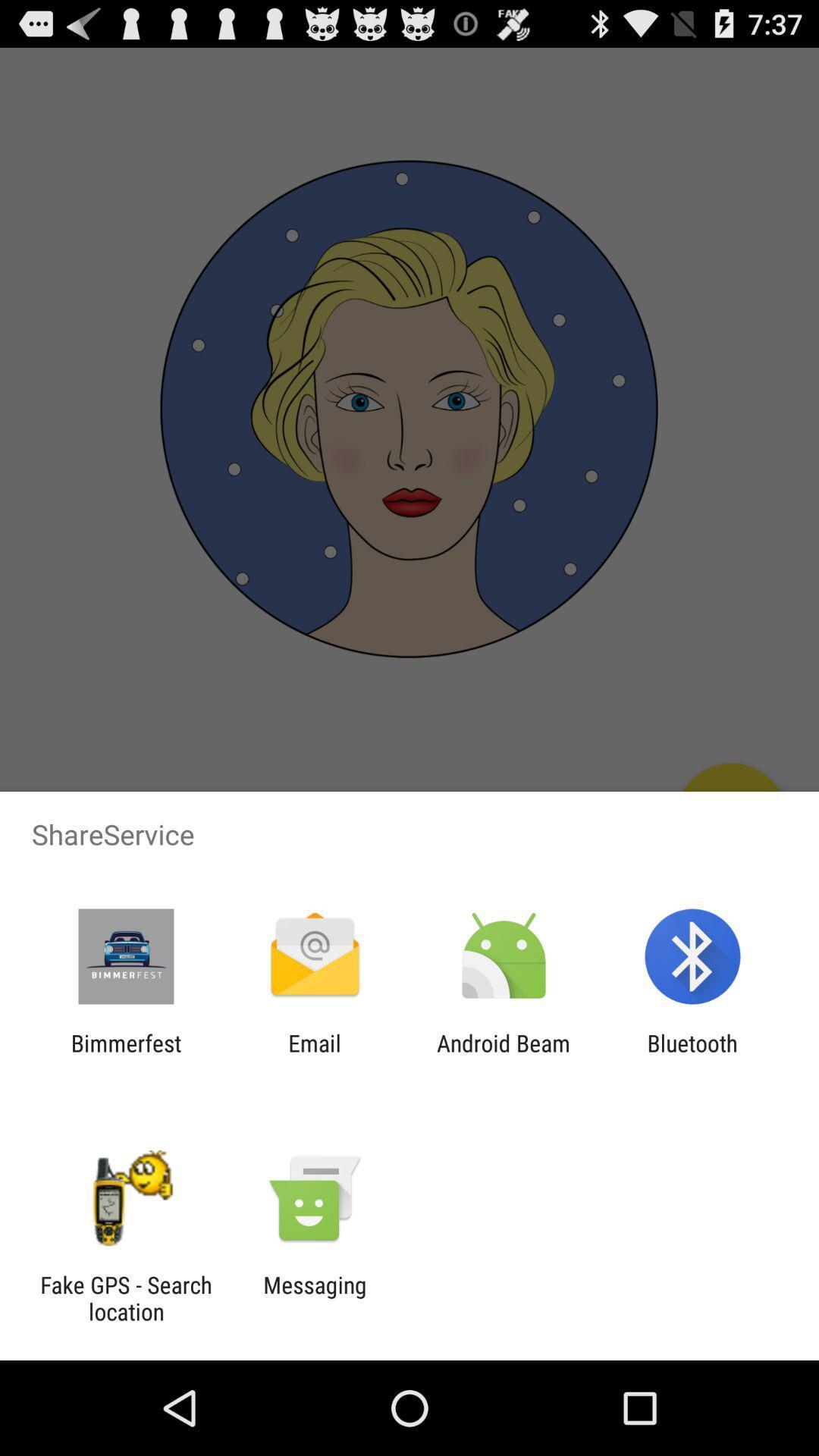 Image resolution: width=819 pixels, height=1456 pixels. What do you see at coordinates (504, 1056) in the screenshot?
I see `the icon next to the email app` at bounding box center [504, 1056].